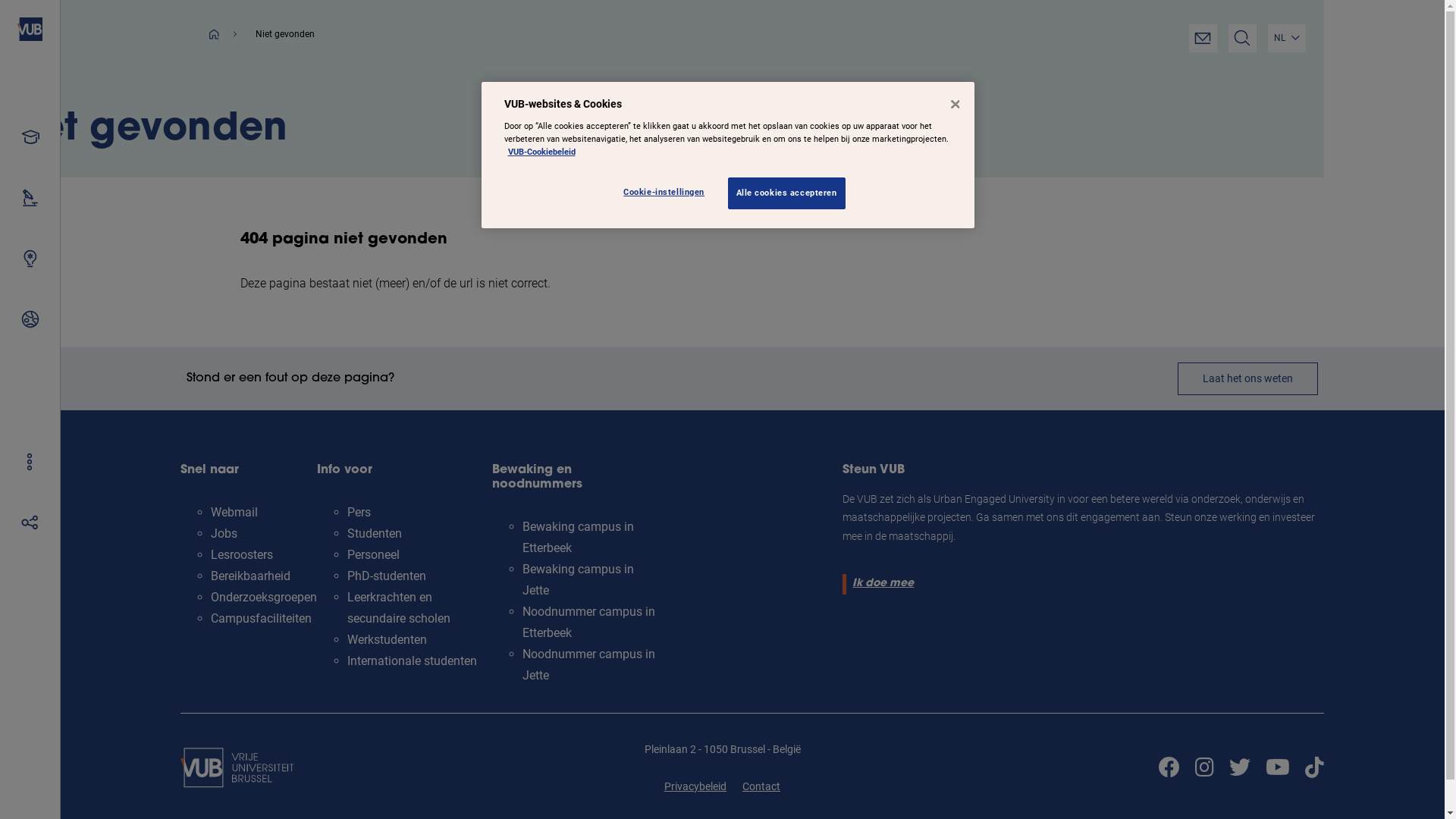 The image size is (1456, 819). I want to click on 'Ik doe mee', so click(880, 583).